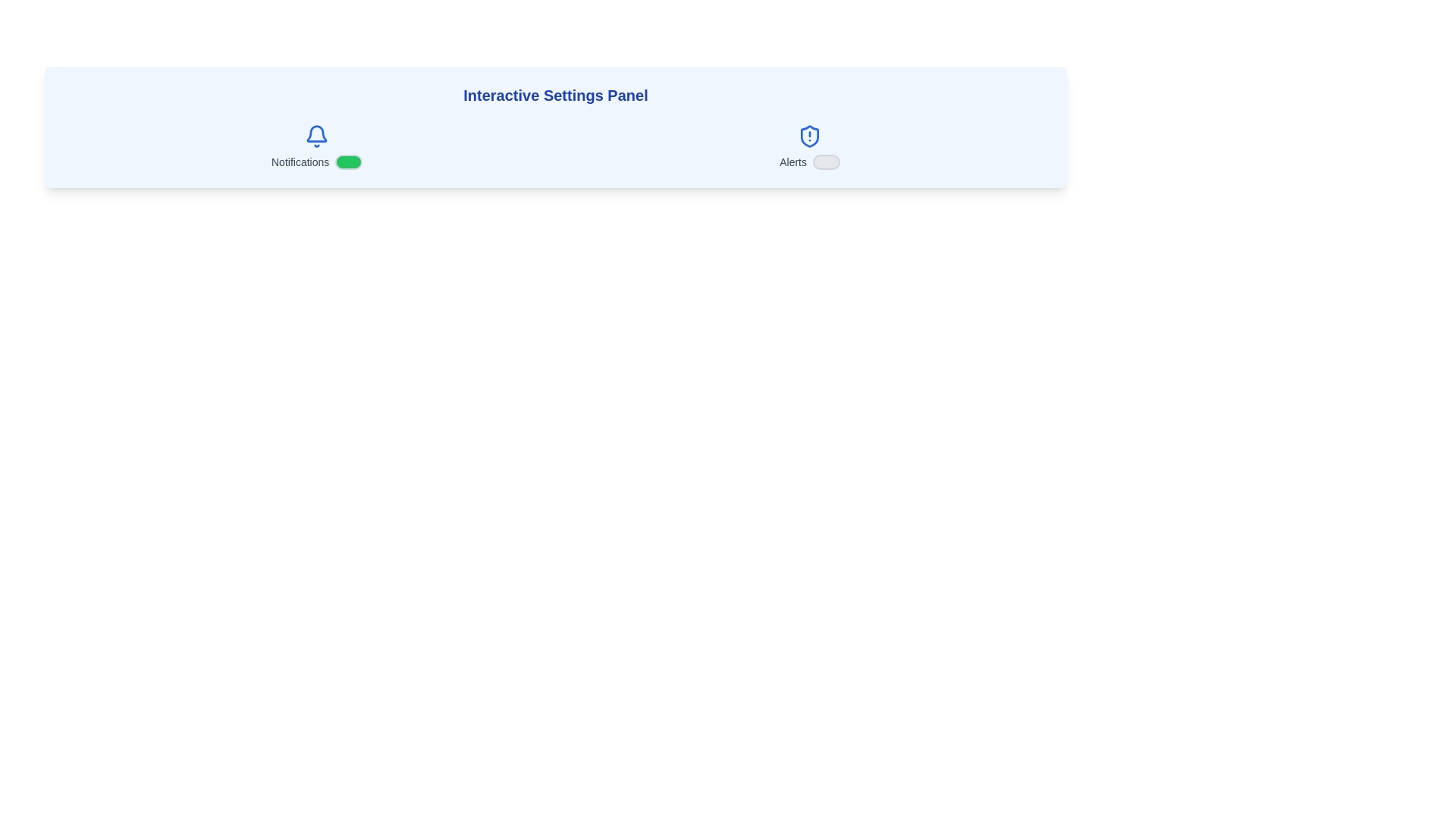 The height and width of the screenshot is (819, 1456). Describe the element at coordinates (270, 155) in the screenshot. I see `the 'Notifications' label by clicking and dragging over it` at that location.